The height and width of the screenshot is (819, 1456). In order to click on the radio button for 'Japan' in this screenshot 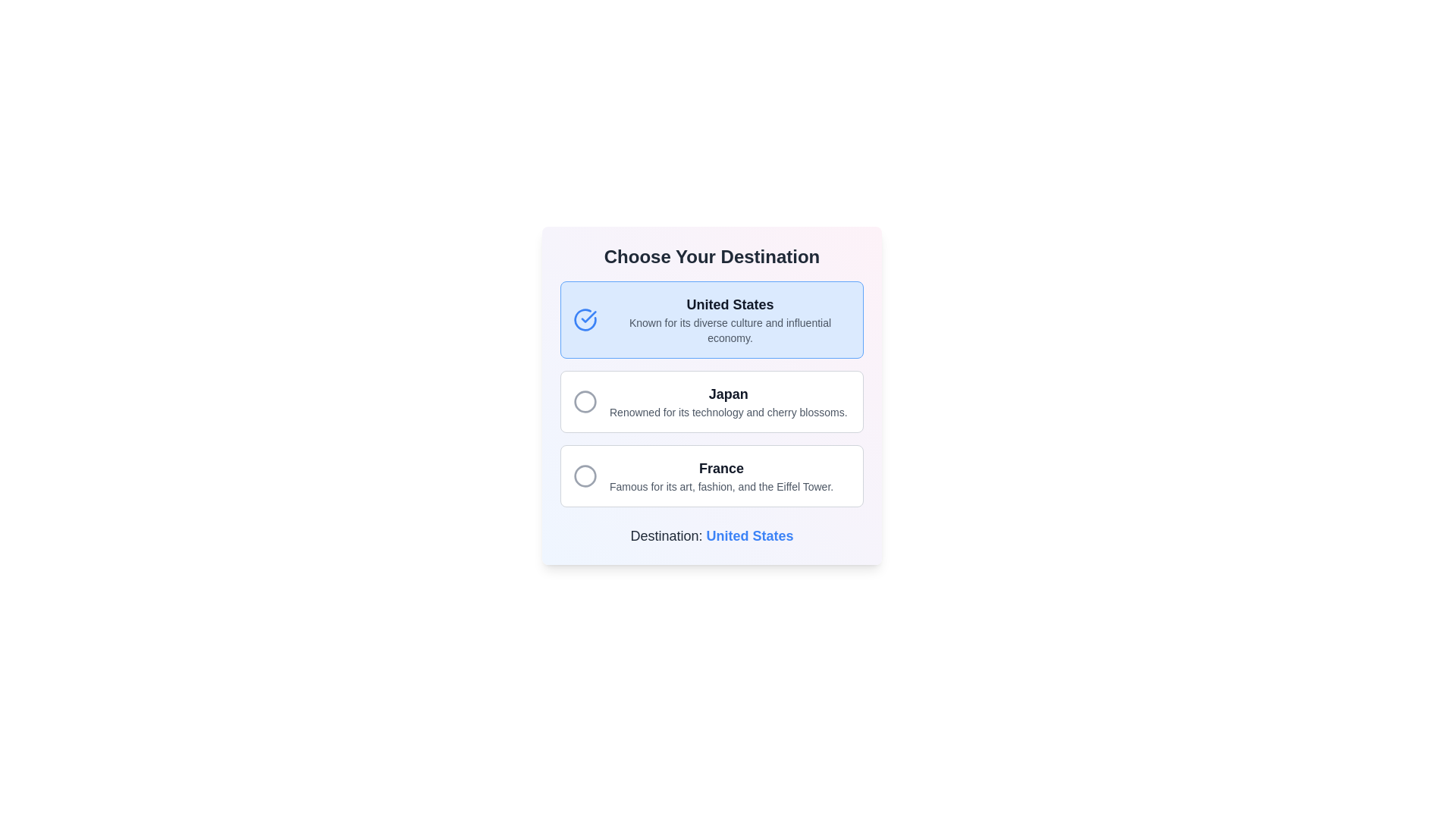, I will do `click(585, 400)`.